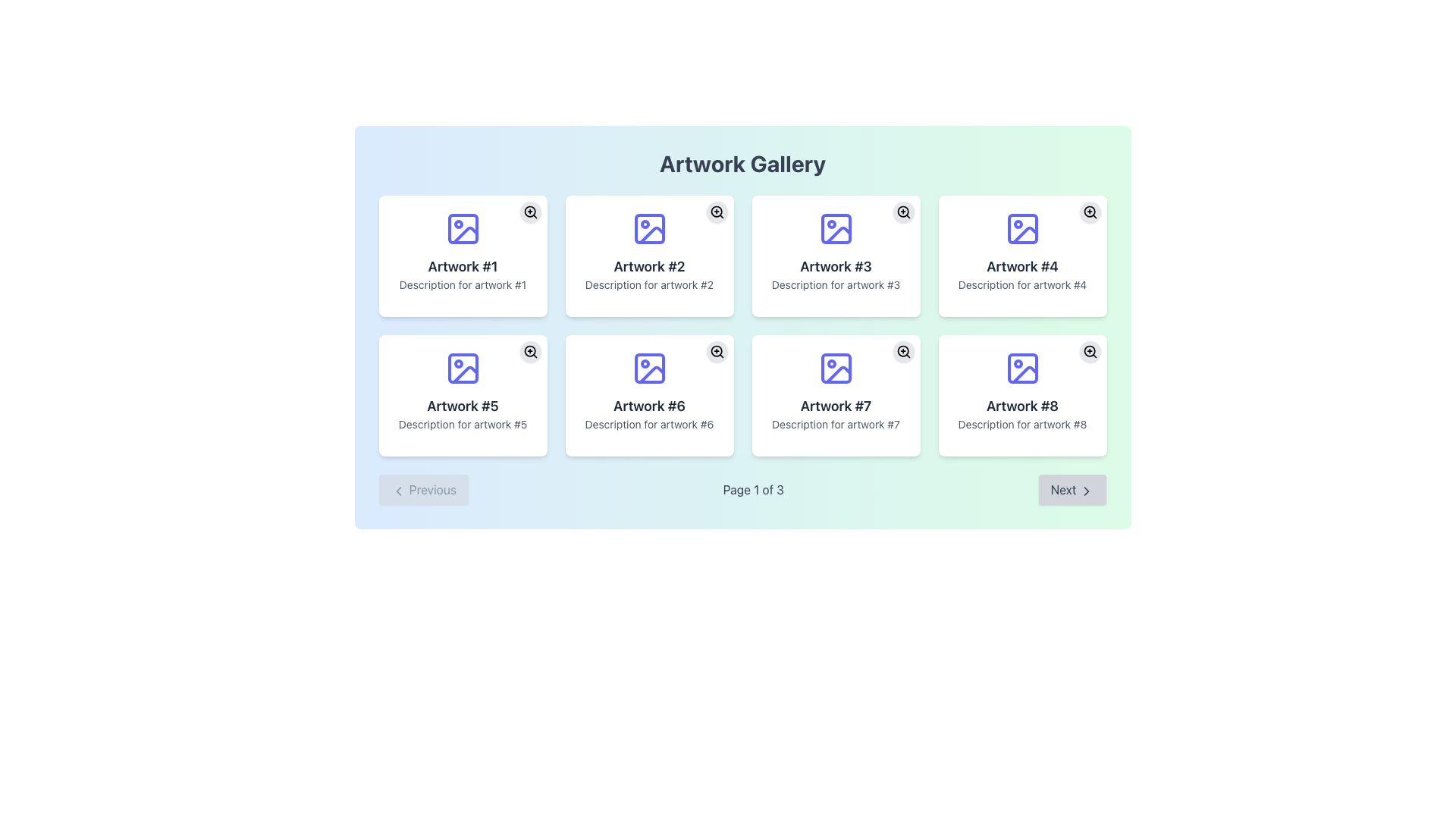 The image size is (1456, 819). Describe the element at coordinates (1088, 212) in the screenshot. I see `the circular component of the zoom-in icon associated with 'Artwork #4' tile in the grid of artworks` at that location.